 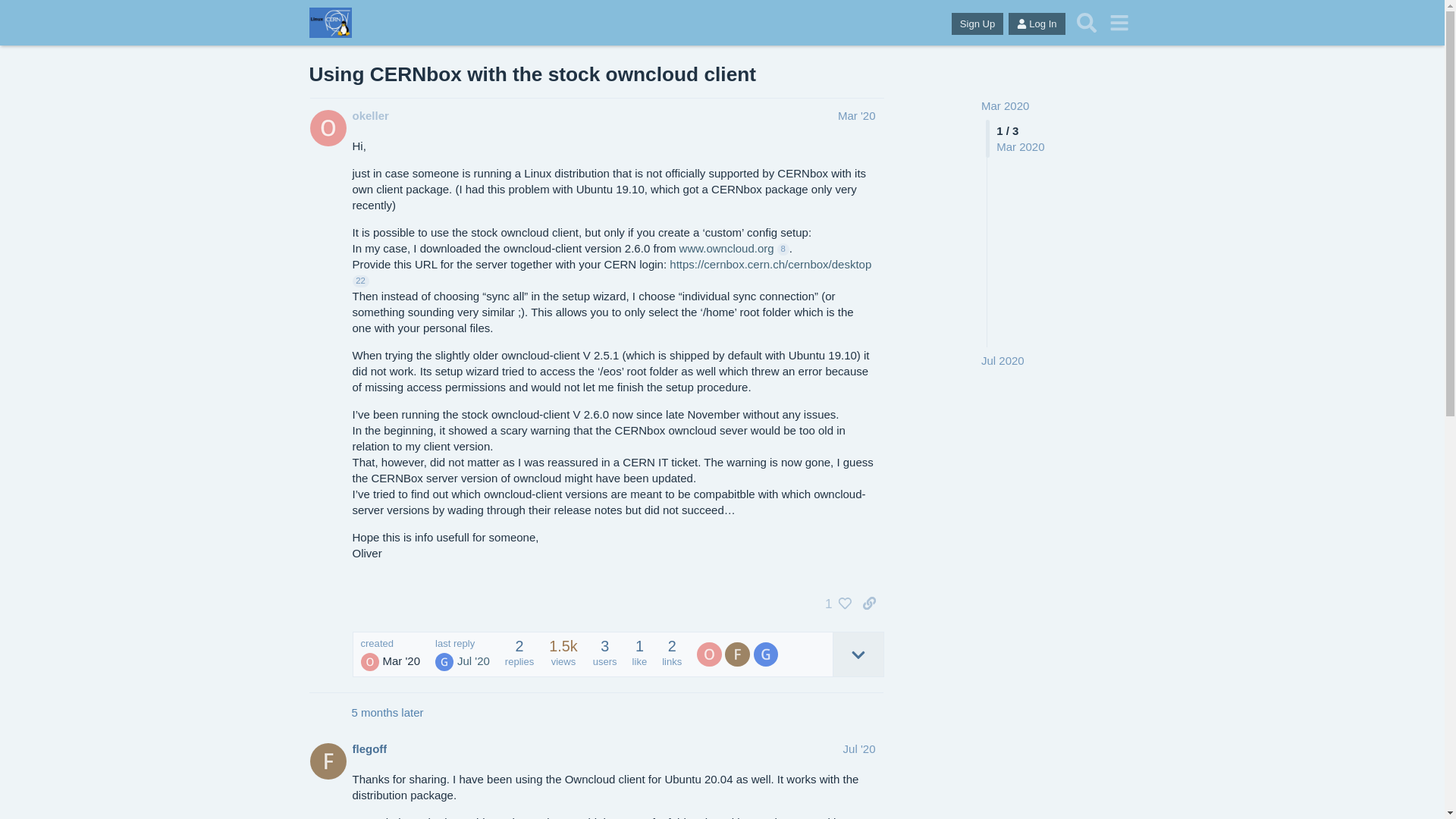 What do you see at coordinates (869, 602) in the screenshot?
I see `'share a link to this post'` at bounding box center [869, 602].